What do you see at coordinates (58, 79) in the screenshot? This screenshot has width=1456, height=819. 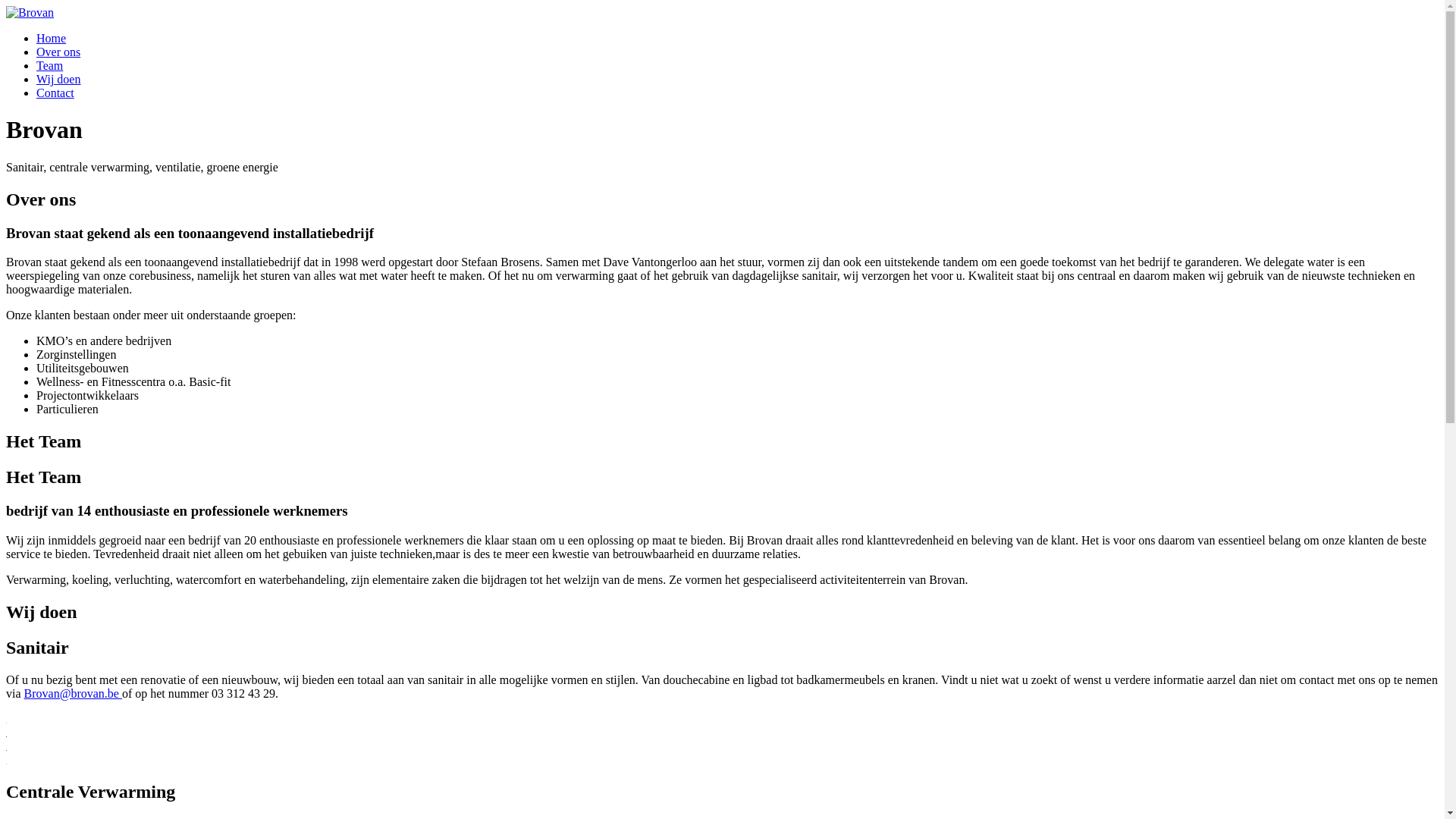 I see `'Wij doen'` at bounding box center [58, 79].